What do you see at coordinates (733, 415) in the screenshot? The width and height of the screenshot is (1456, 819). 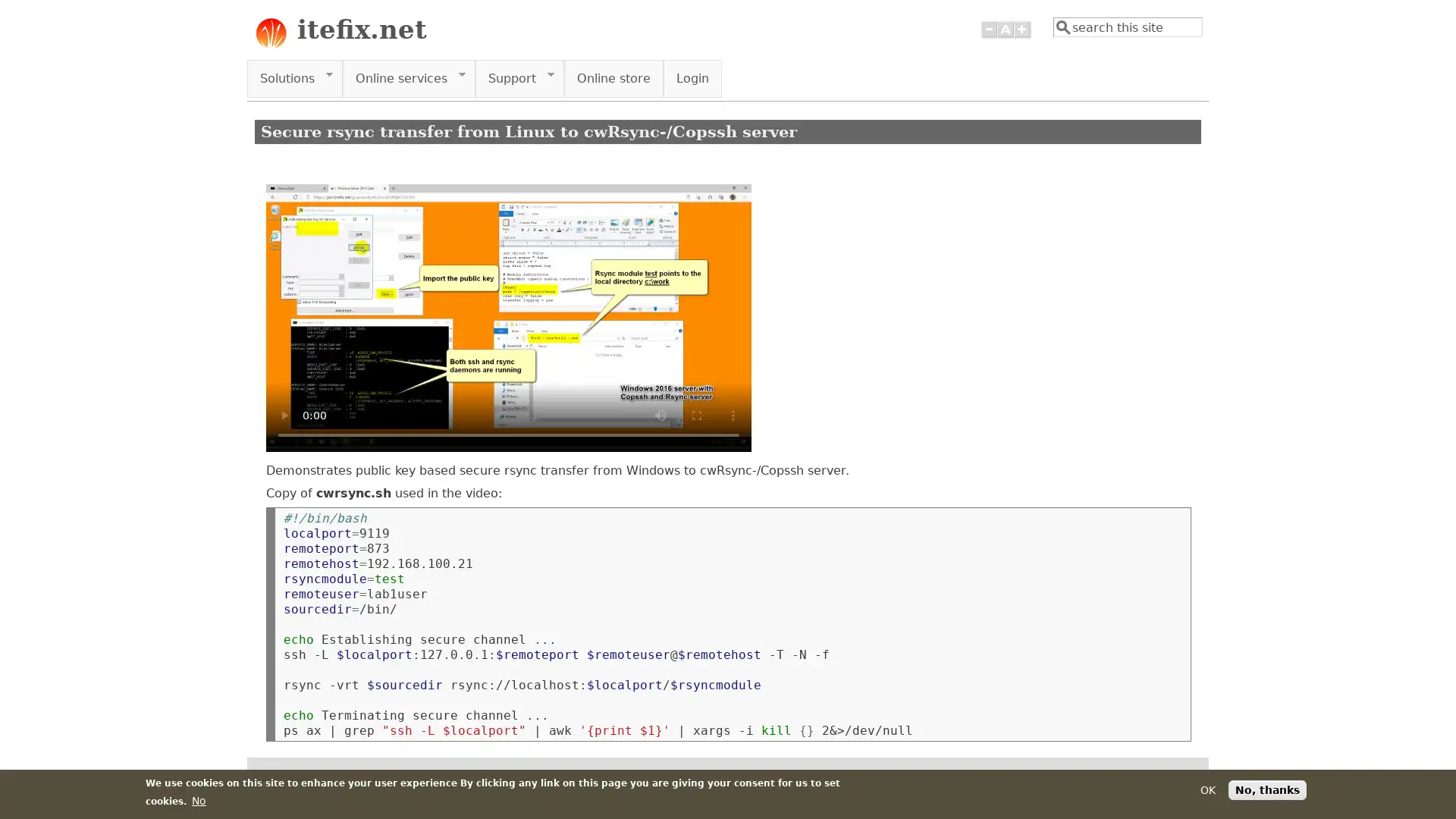 I see `show more media controls` at bounding box center [733, 415].